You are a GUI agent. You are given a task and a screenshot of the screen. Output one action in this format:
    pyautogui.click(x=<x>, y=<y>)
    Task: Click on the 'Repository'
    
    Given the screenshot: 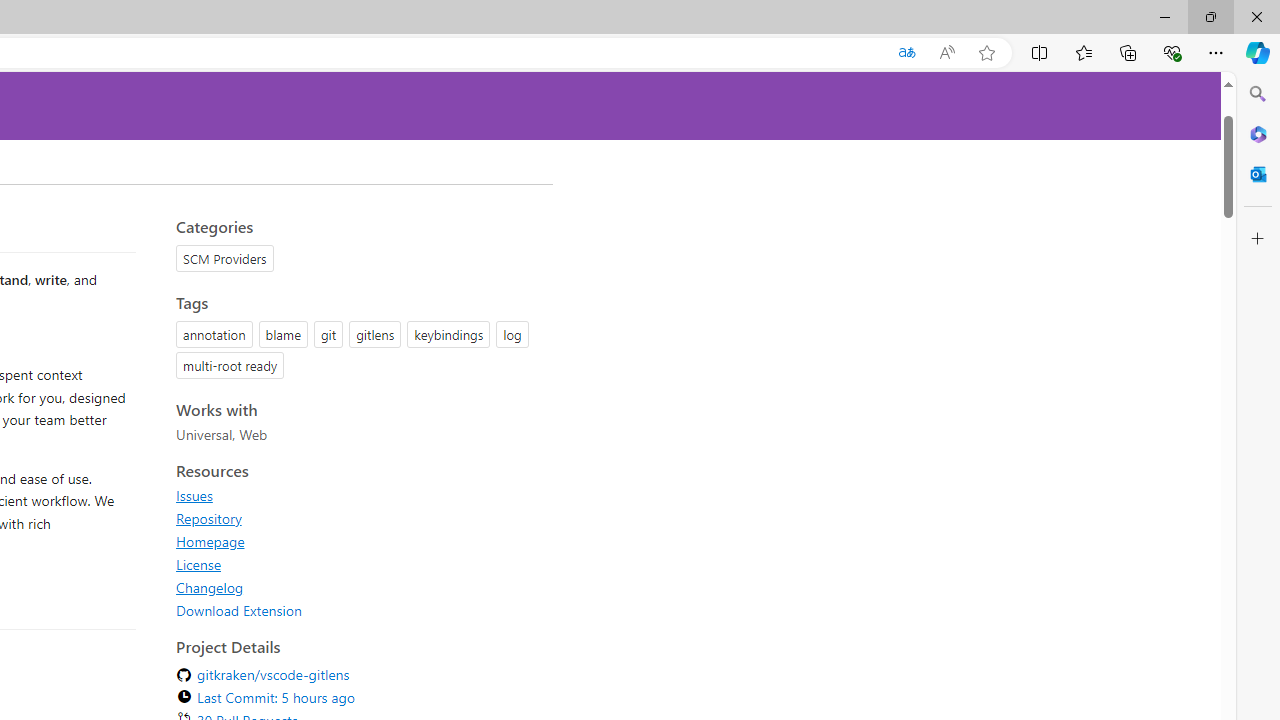 What is the action you would take?
    pyautogui.click(x=209, y=517)
    